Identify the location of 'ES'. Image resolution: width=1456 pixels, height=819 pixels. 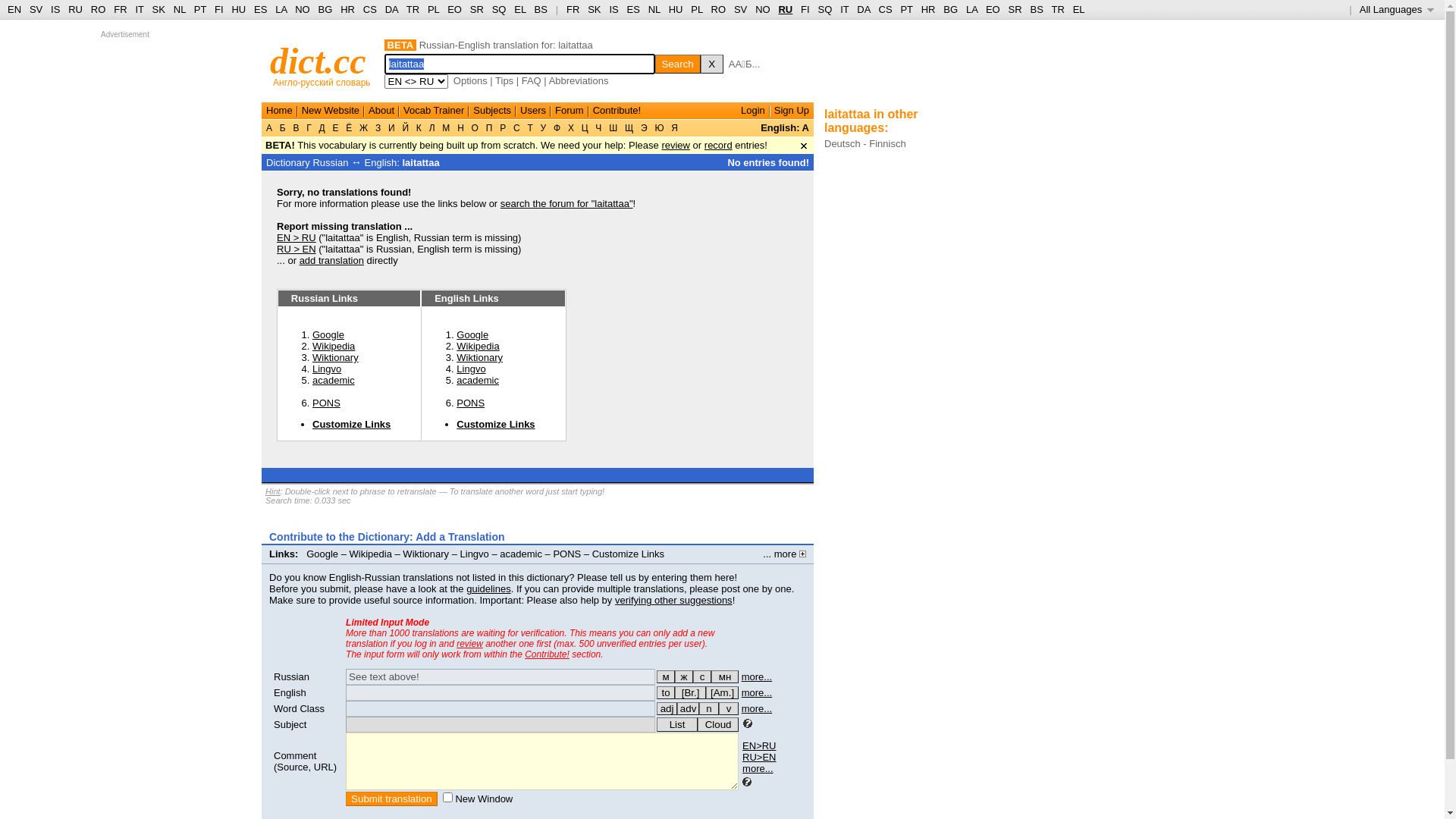
(633, 9).